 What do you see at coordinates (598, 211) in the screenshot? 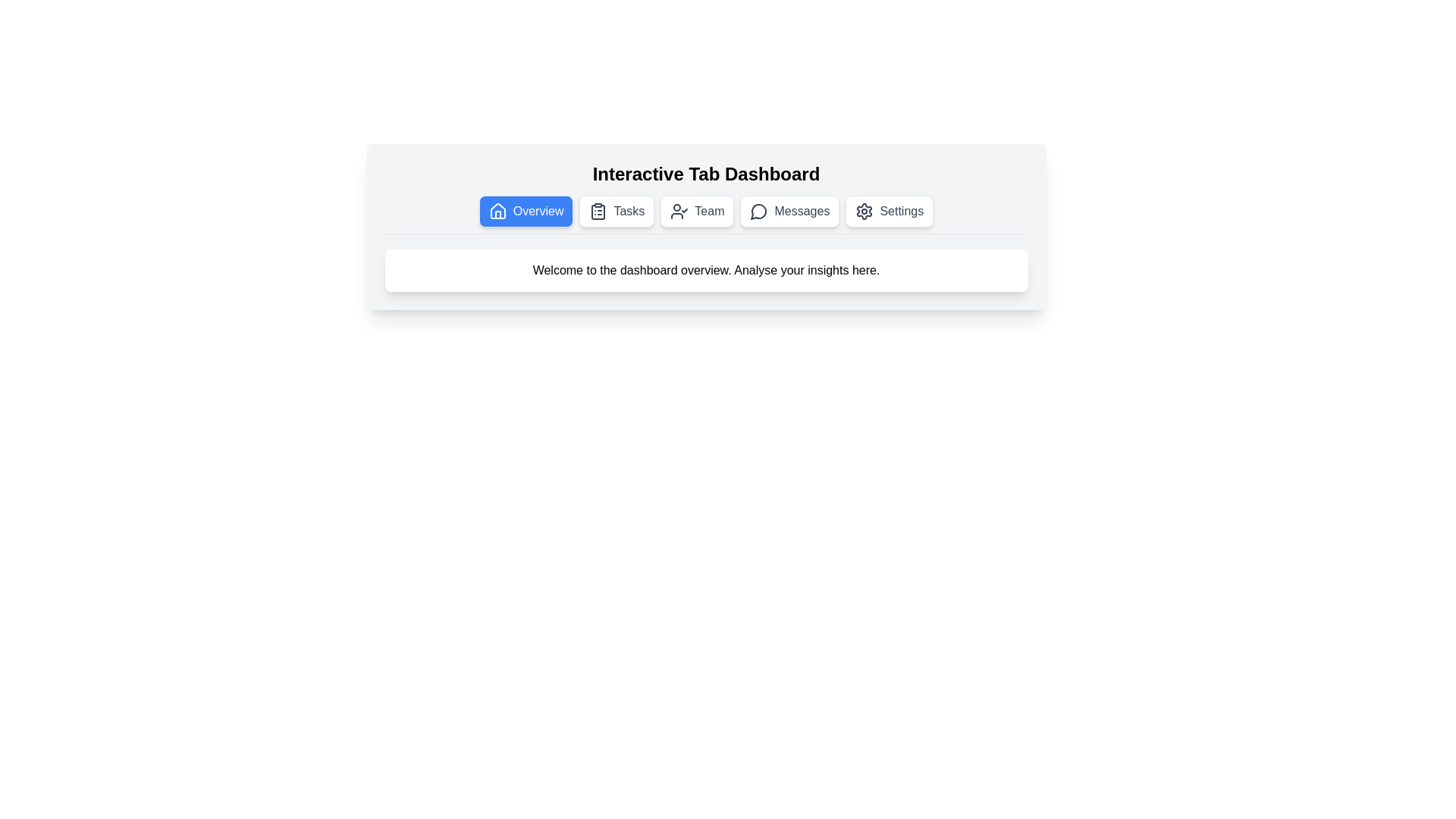
I see `the 'Tasks' icon located in the navigation section of the dashboard's top bar` at bounding box center [598, 211].